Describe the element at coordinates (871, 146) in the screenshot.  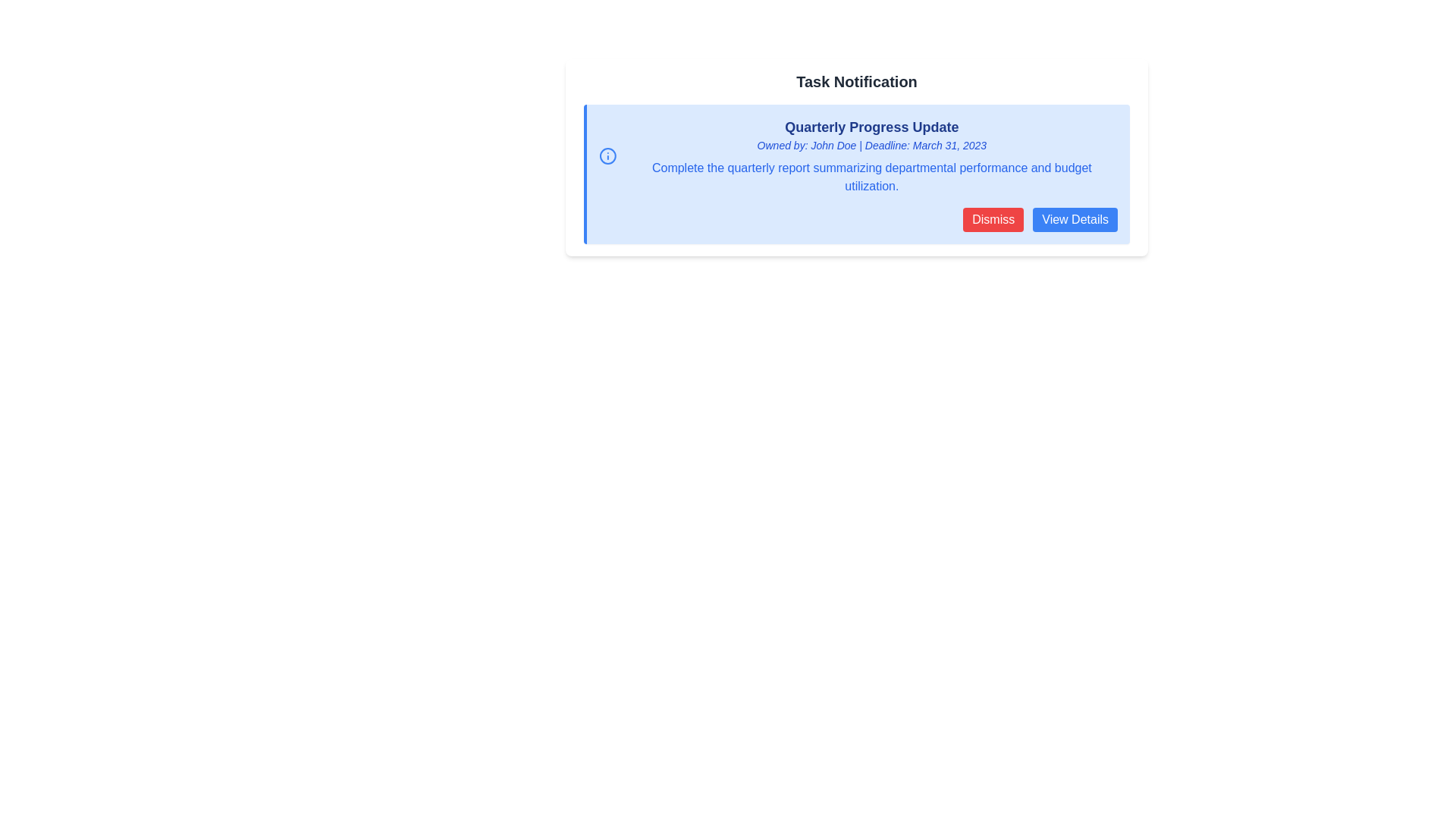
I see `the text label that reads 'Owned by: John Doe | Deadline: March 31, 2023', which is styled in small, italicized blue font and positioned between the header 'Quarterly Progress Update' and the descriptive text` at that location.